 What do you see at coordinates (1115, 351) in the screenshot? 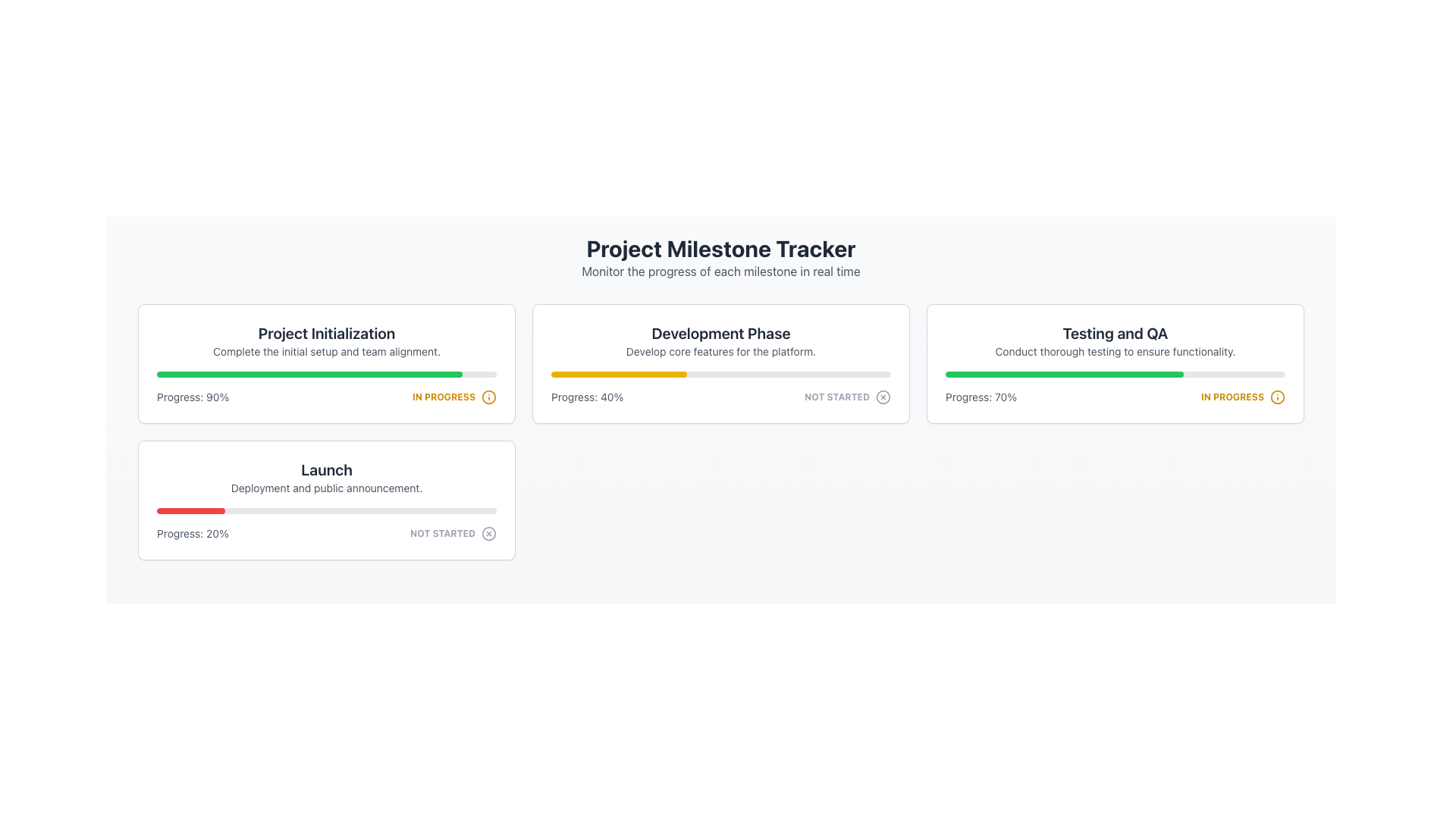
I see `text element that contains the concise description 'Conduct thorough testing to ensure functionality,' which is styled in a smaller font and gray tone, located below the heading 'Testing and QA.'` at bounding box center [1115, 351].